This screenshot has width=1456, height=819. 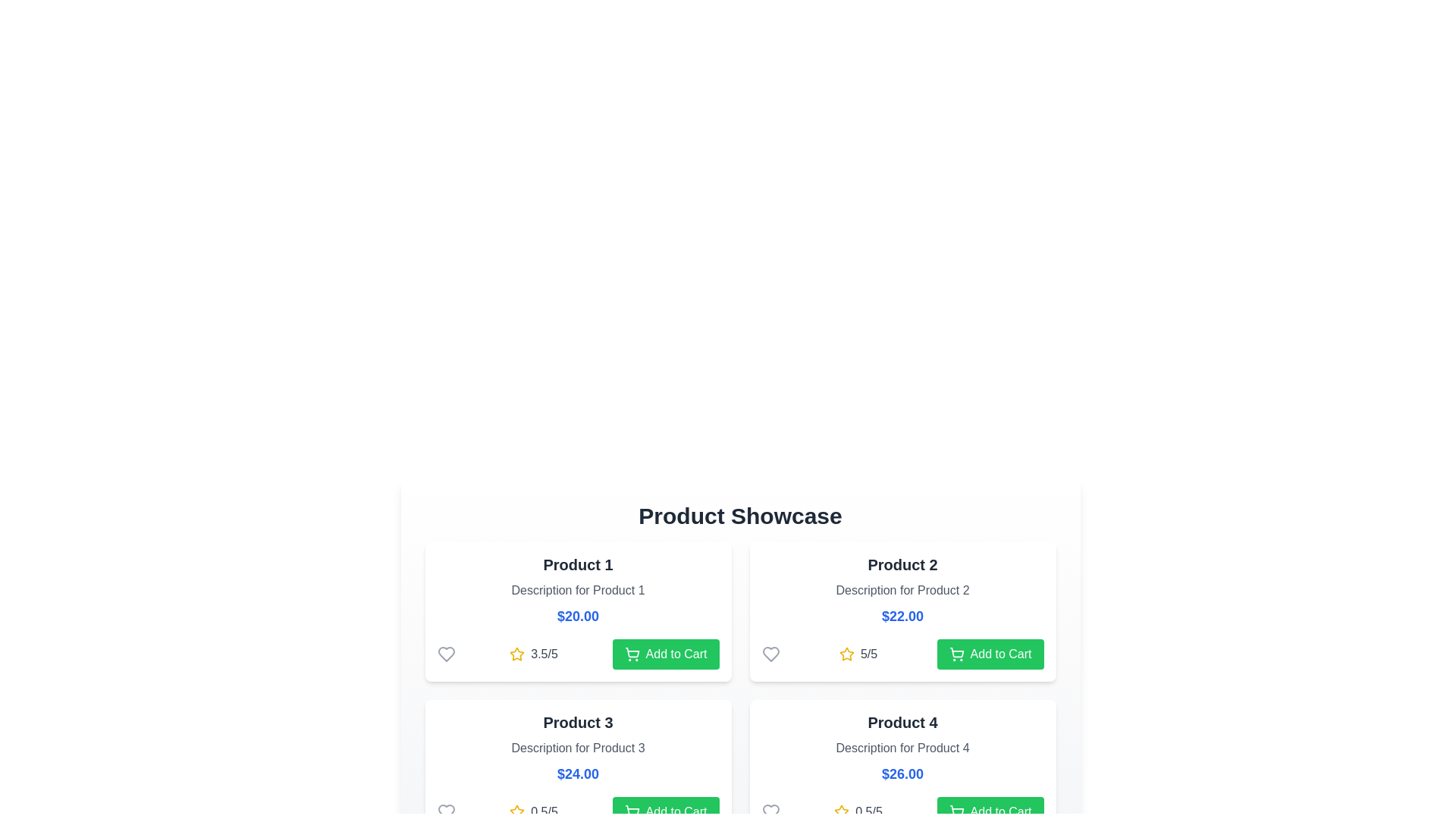 I want to click on the price text element located within the card for 'Product 1', which is positioned between the product description and the rating and cart button section, so click(x=577, y=617).